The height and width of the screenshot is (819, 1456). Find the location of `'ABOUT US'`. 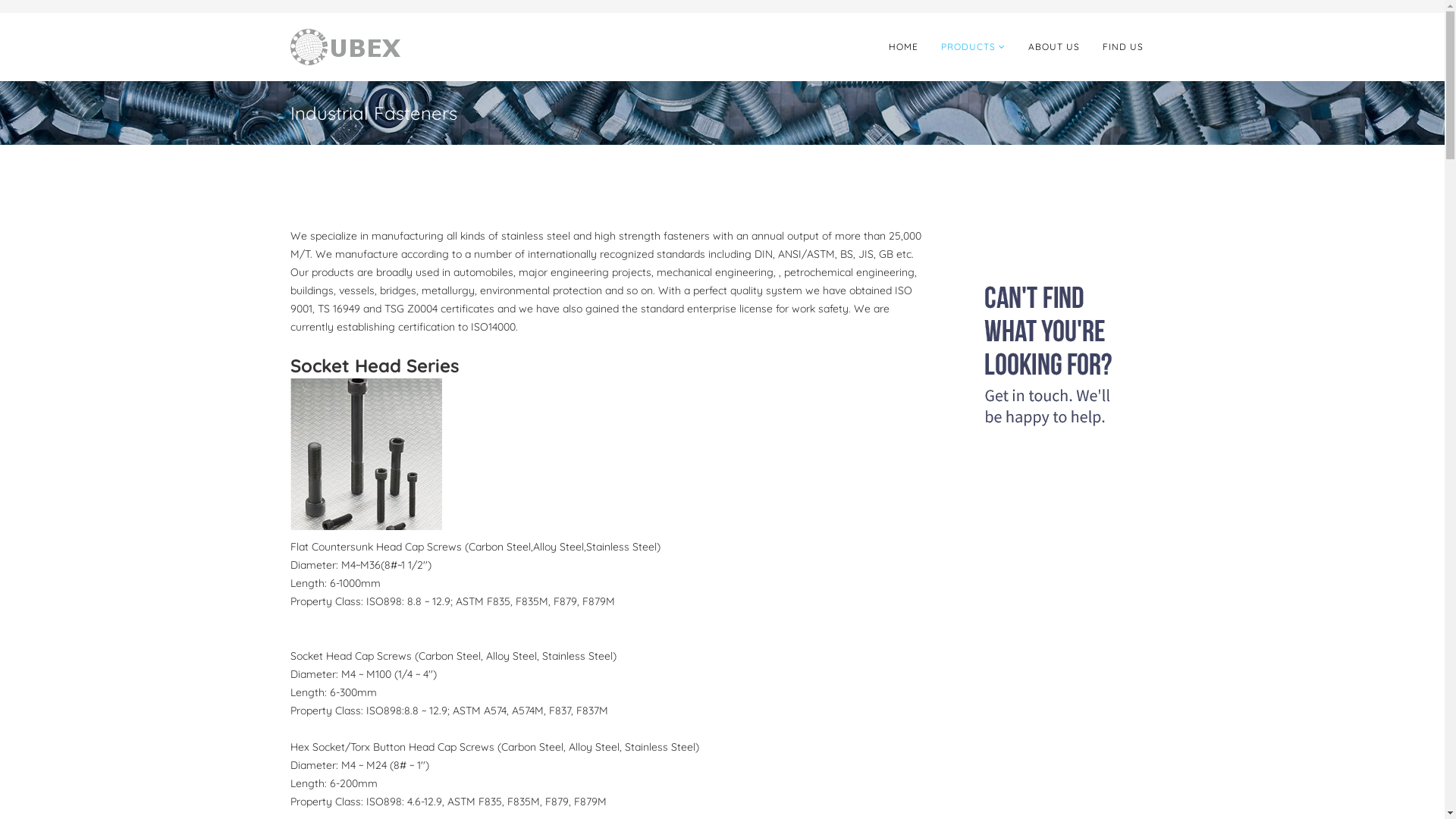

'ABOUT US' is located at coordinates (1015, 45).